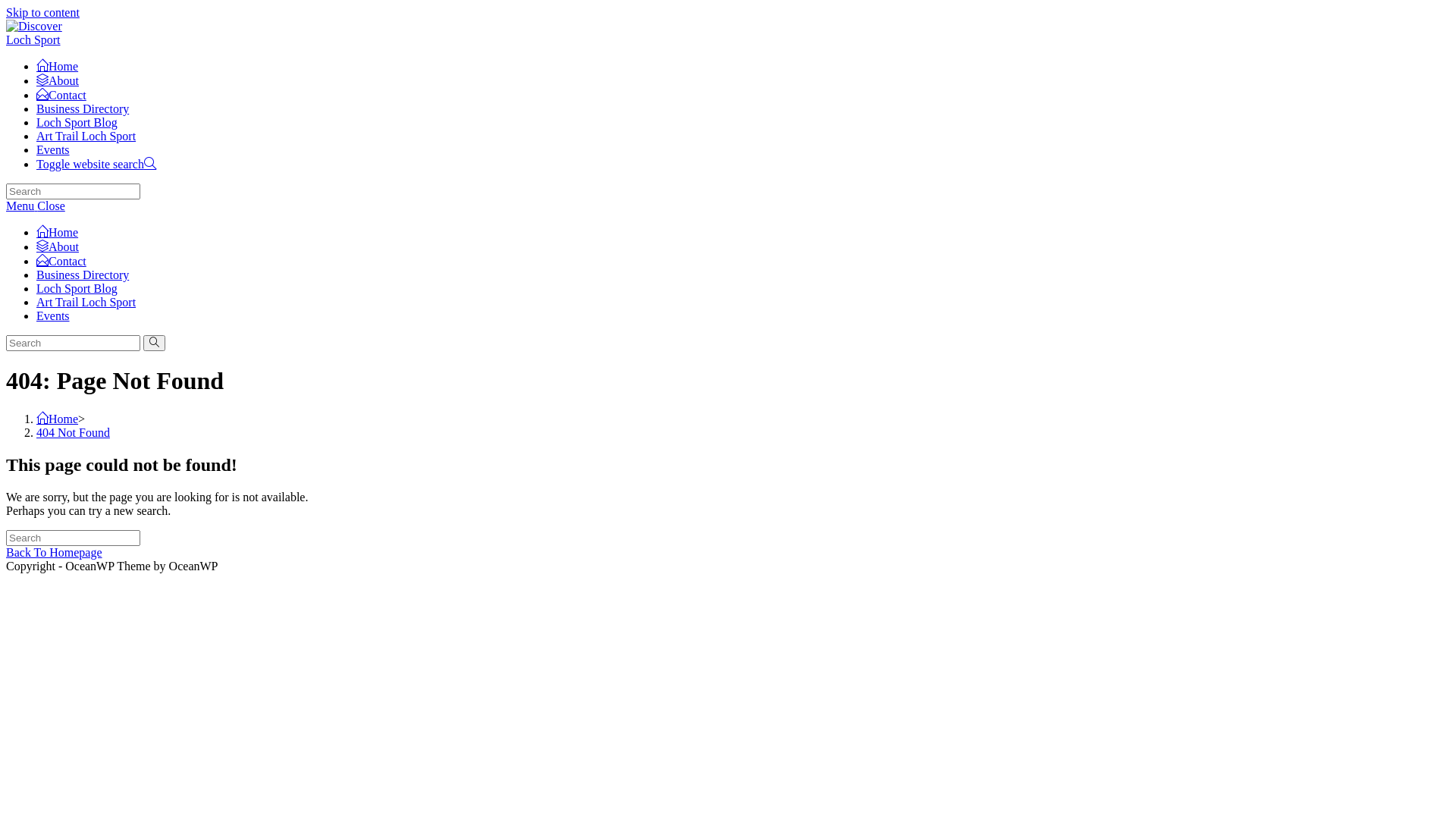 The width and height of the screenshot is (1456, 819). Describe the element at coordinates (57, 65) in the screenshot. I see `'Home'` at that location.